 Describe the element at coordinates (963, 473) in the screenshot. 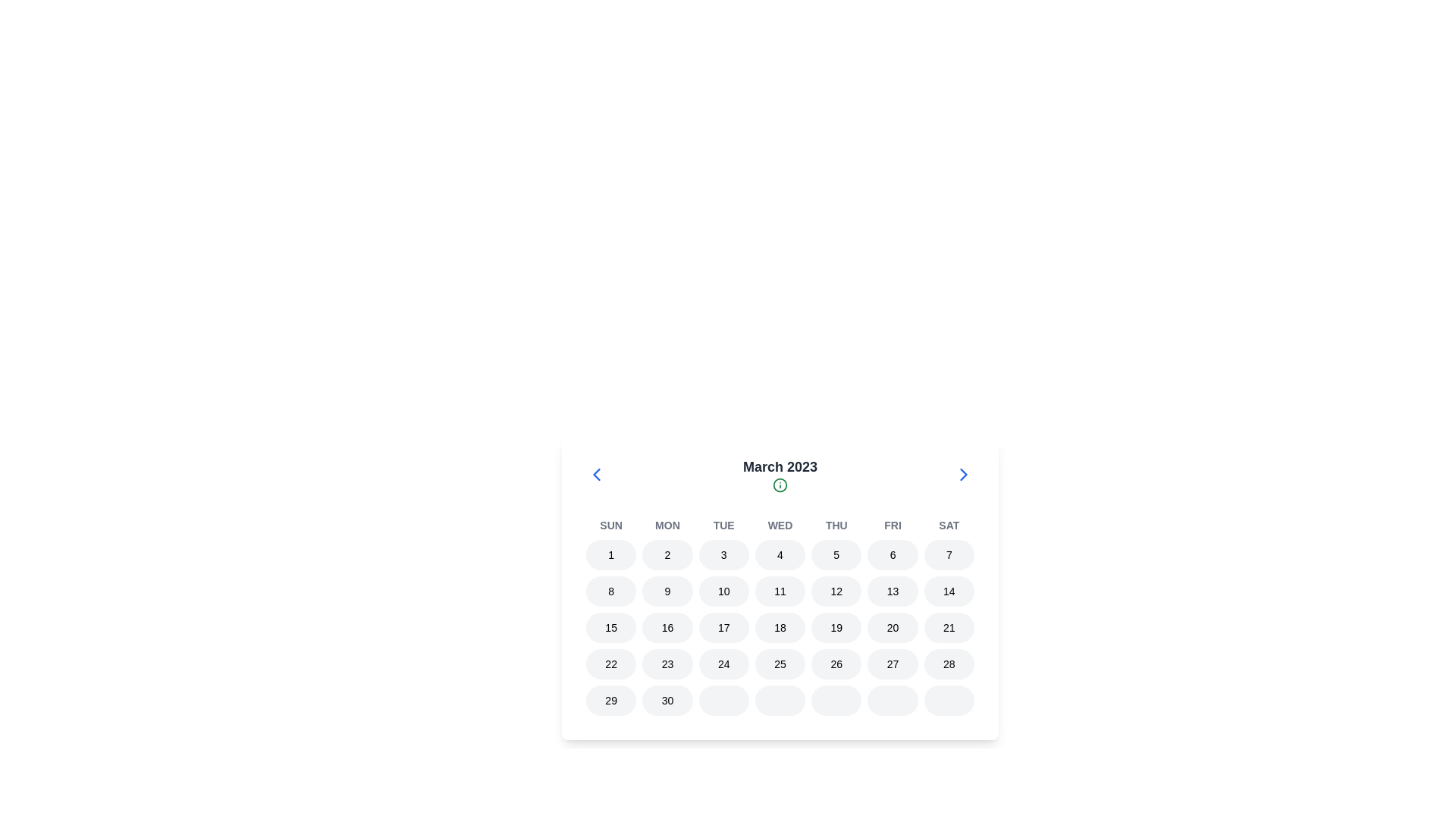

I see `the navigation button located at the far right of the 'March 2023' section to move to the next calendar month` at that location.